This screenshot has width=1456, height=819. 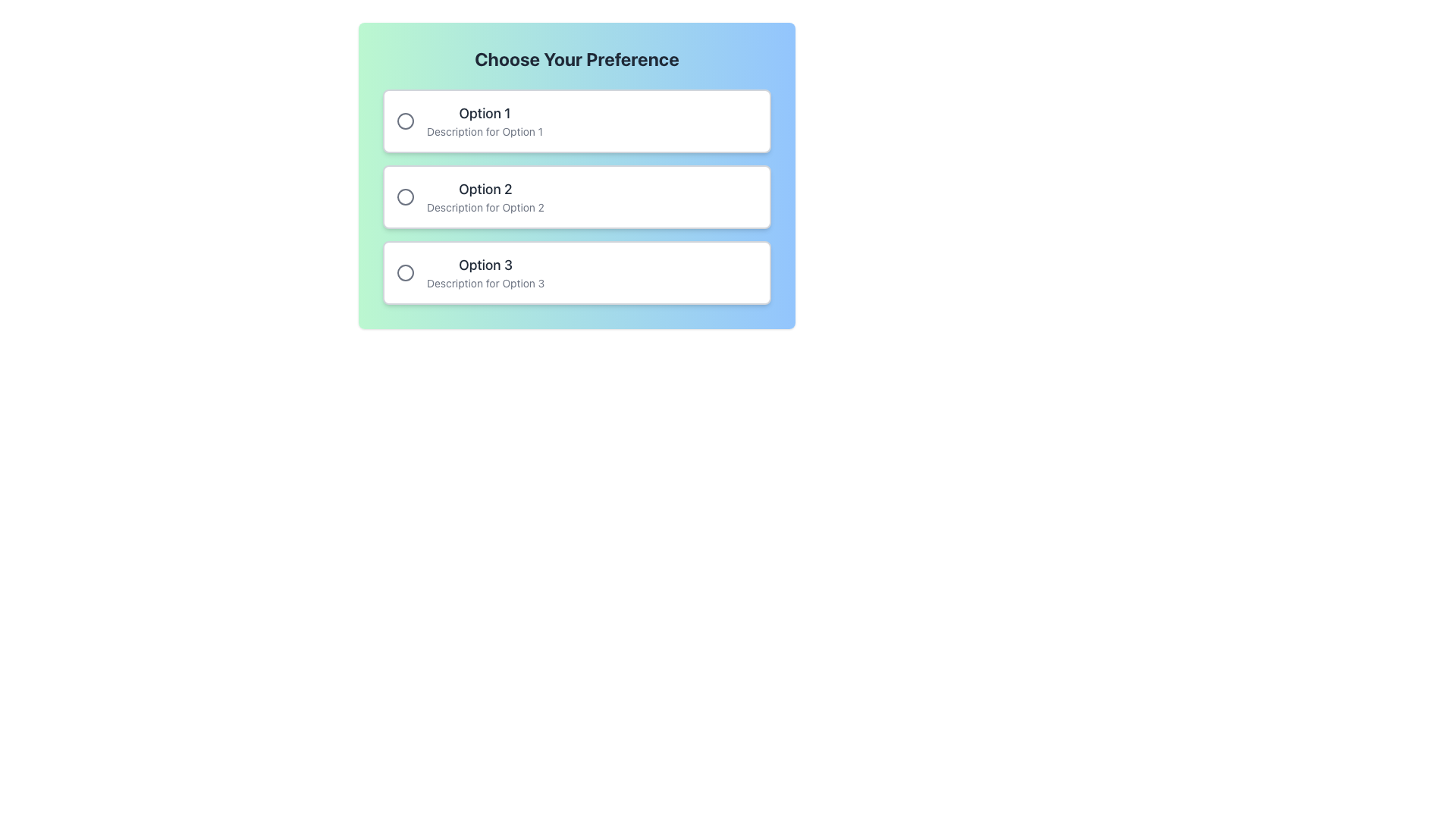 I want to click on static text element positioned beneath the 'Option 1' label in the vertically aligned option group, so click(x=484, y=130).